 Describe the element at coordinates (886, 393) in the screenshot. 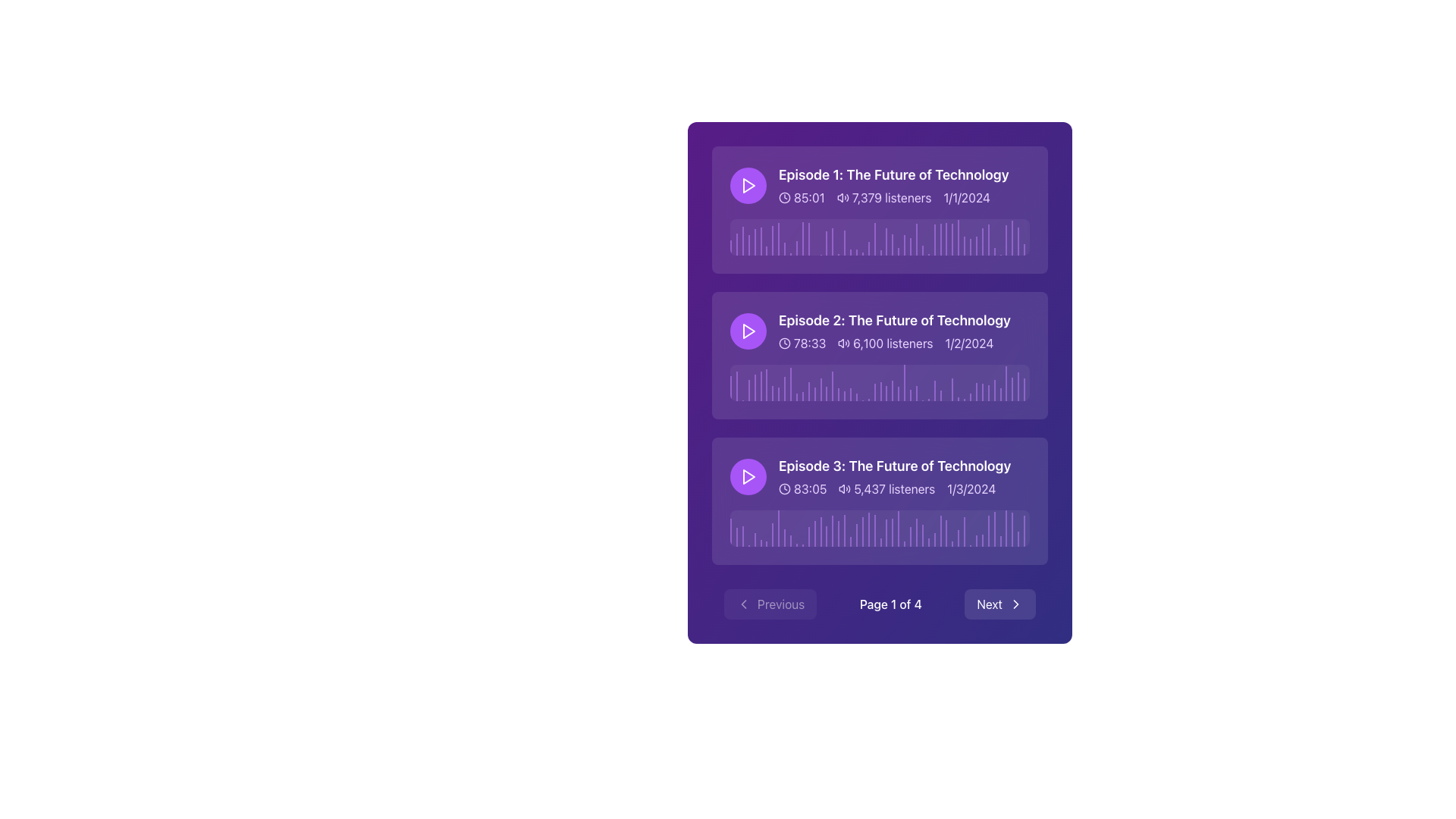

I see `the Progress marker or timeline indicator located in the second row of the list of episodes, specifically positioned as the 27th element from the left within the audio waveform display` at that location.